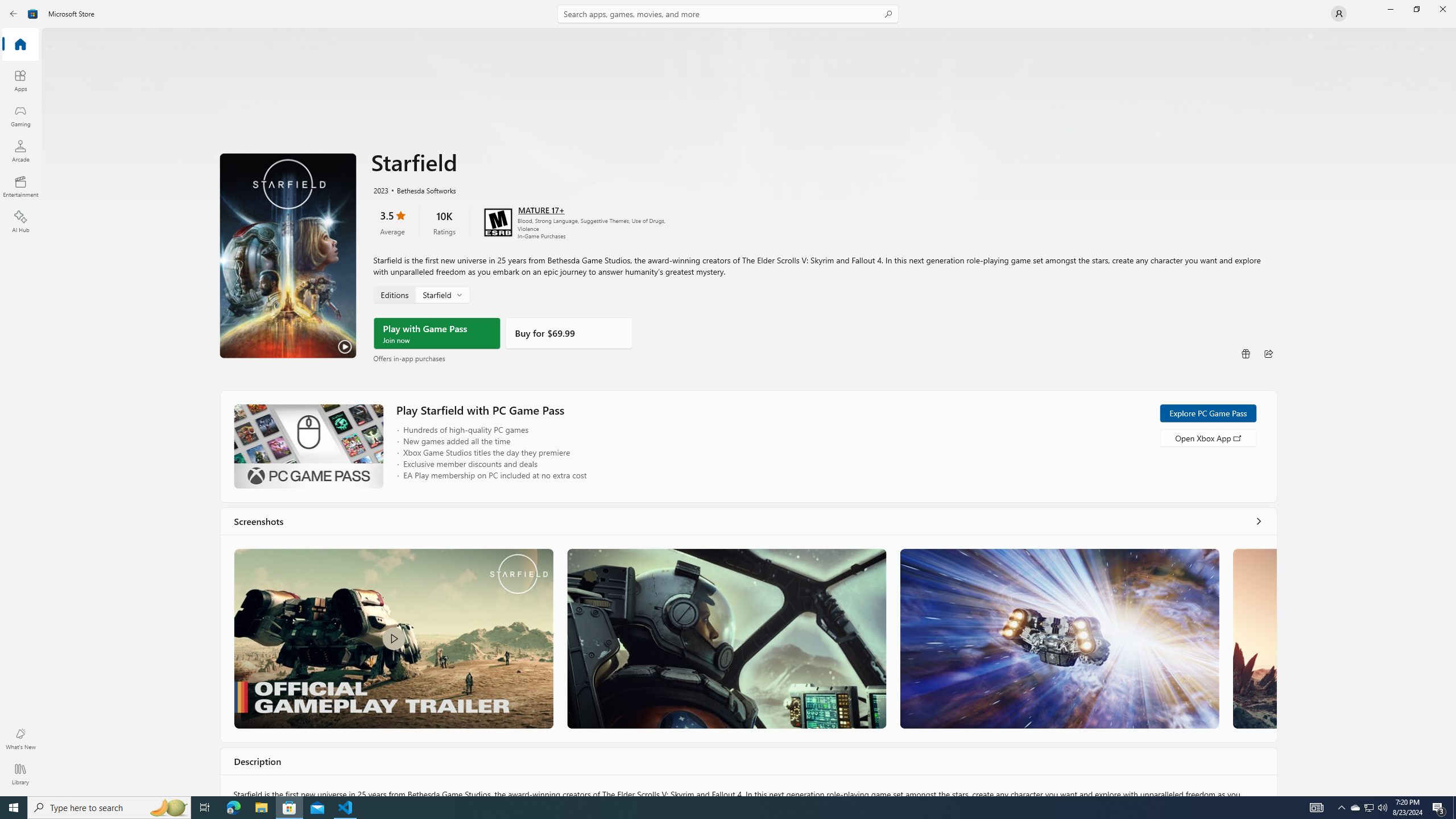  What do you see at coordinates (380, 189) in the screenshot?
I see `'2023'` at bounding box center [380, 189].